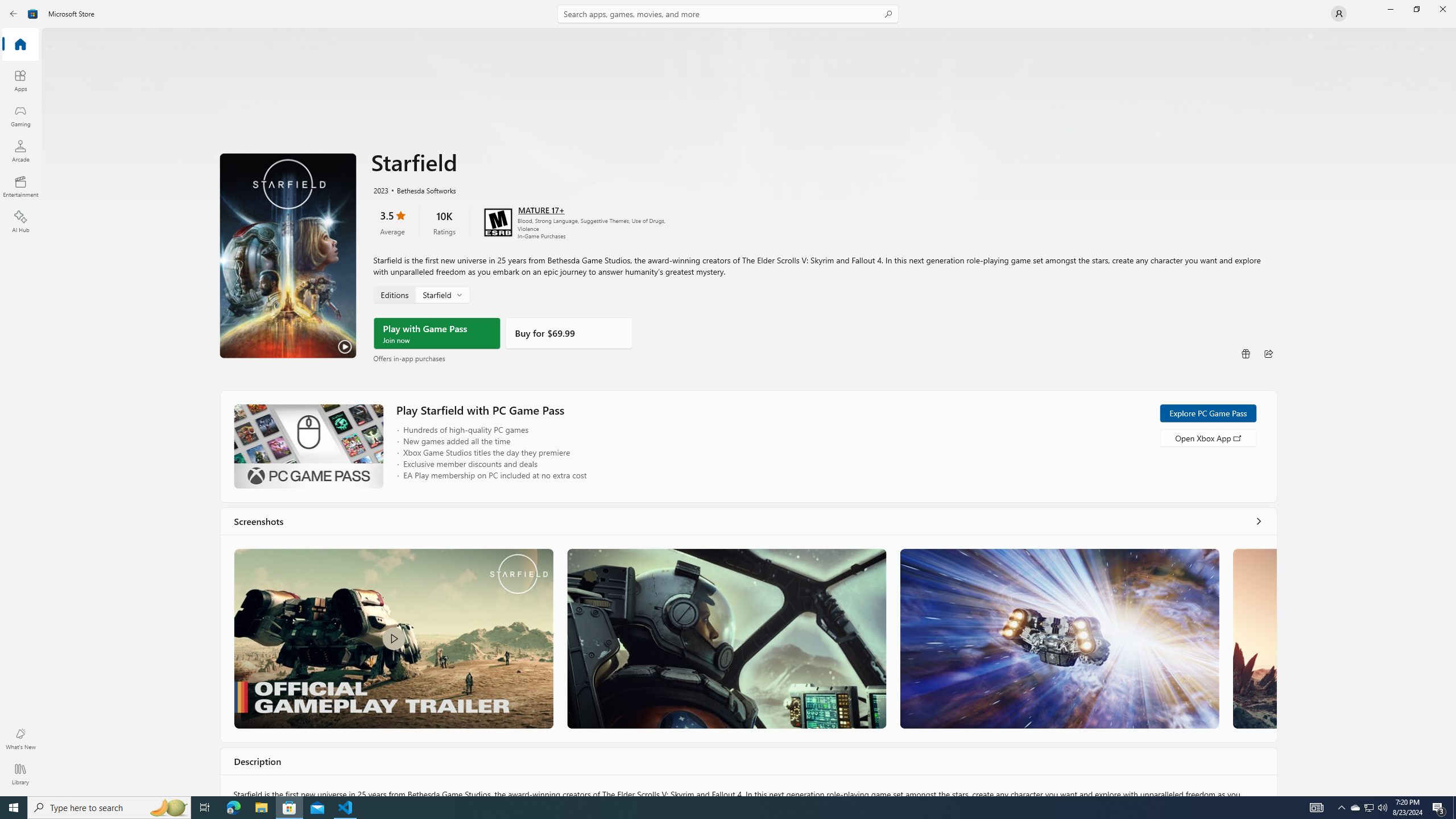  What do you see at coordinates (380, 189) in the screenshot?
I see `'2023'` at bounding box center [380, 189].